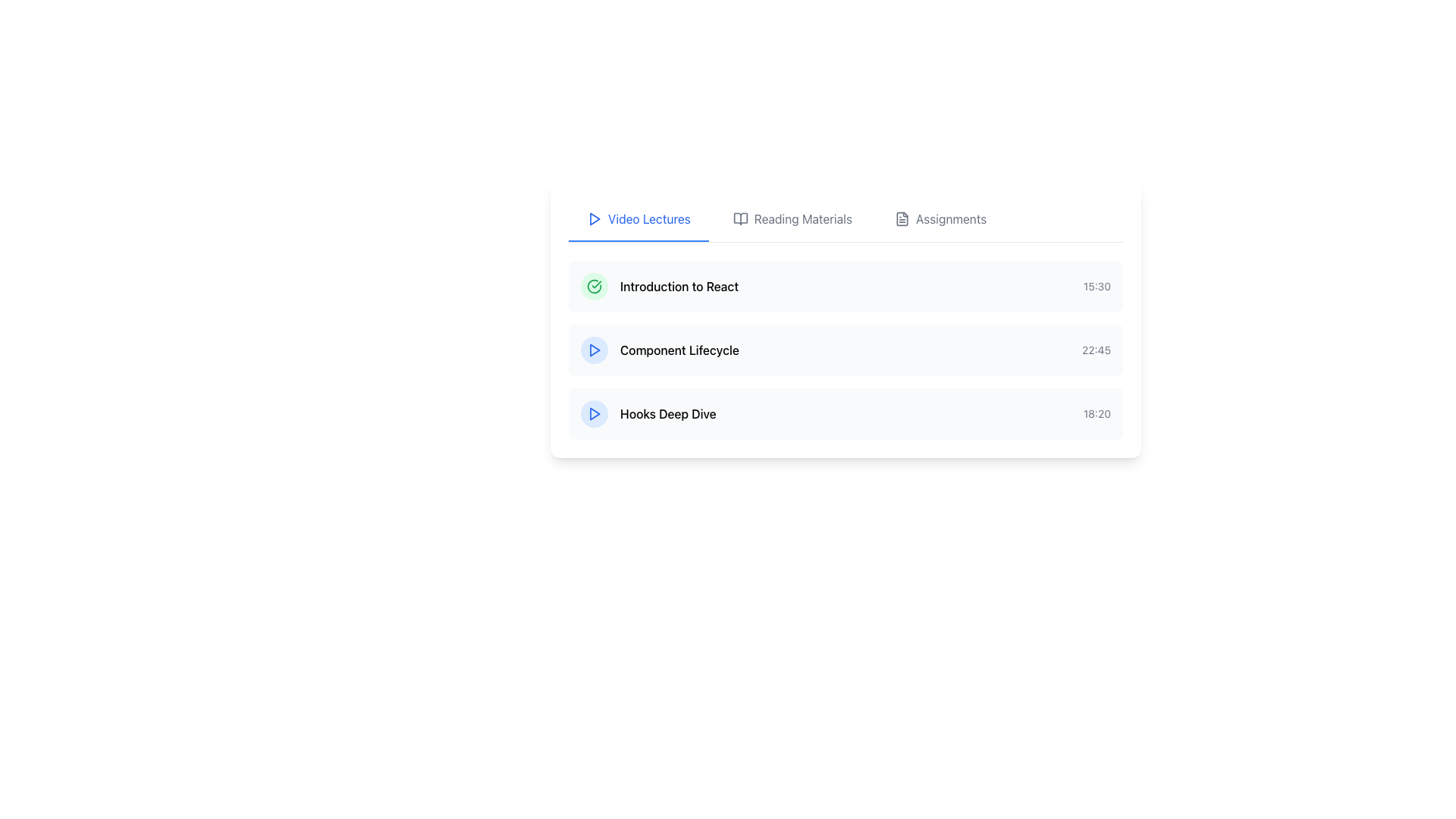  Describe the element at coordinates (1097, 287) in the screenshot. I see `the text label displaying the time '15:30', which is styled with a small font size and gray color, located in the top-right corner of the 'Introduction to React' item` at that location.